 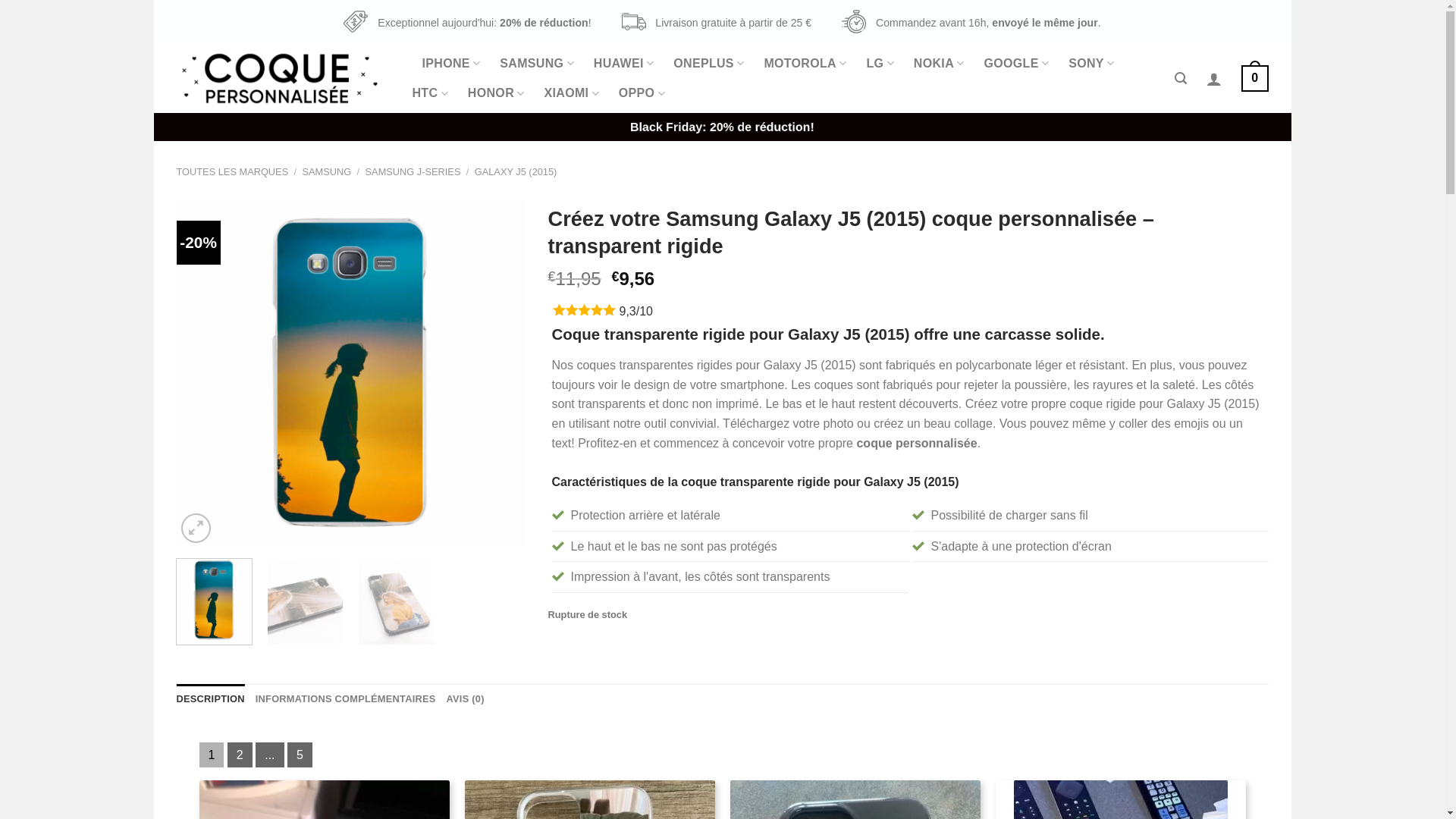 I want to click on 'SAMSUNG J-SERIES', so click(x=365, y=171).